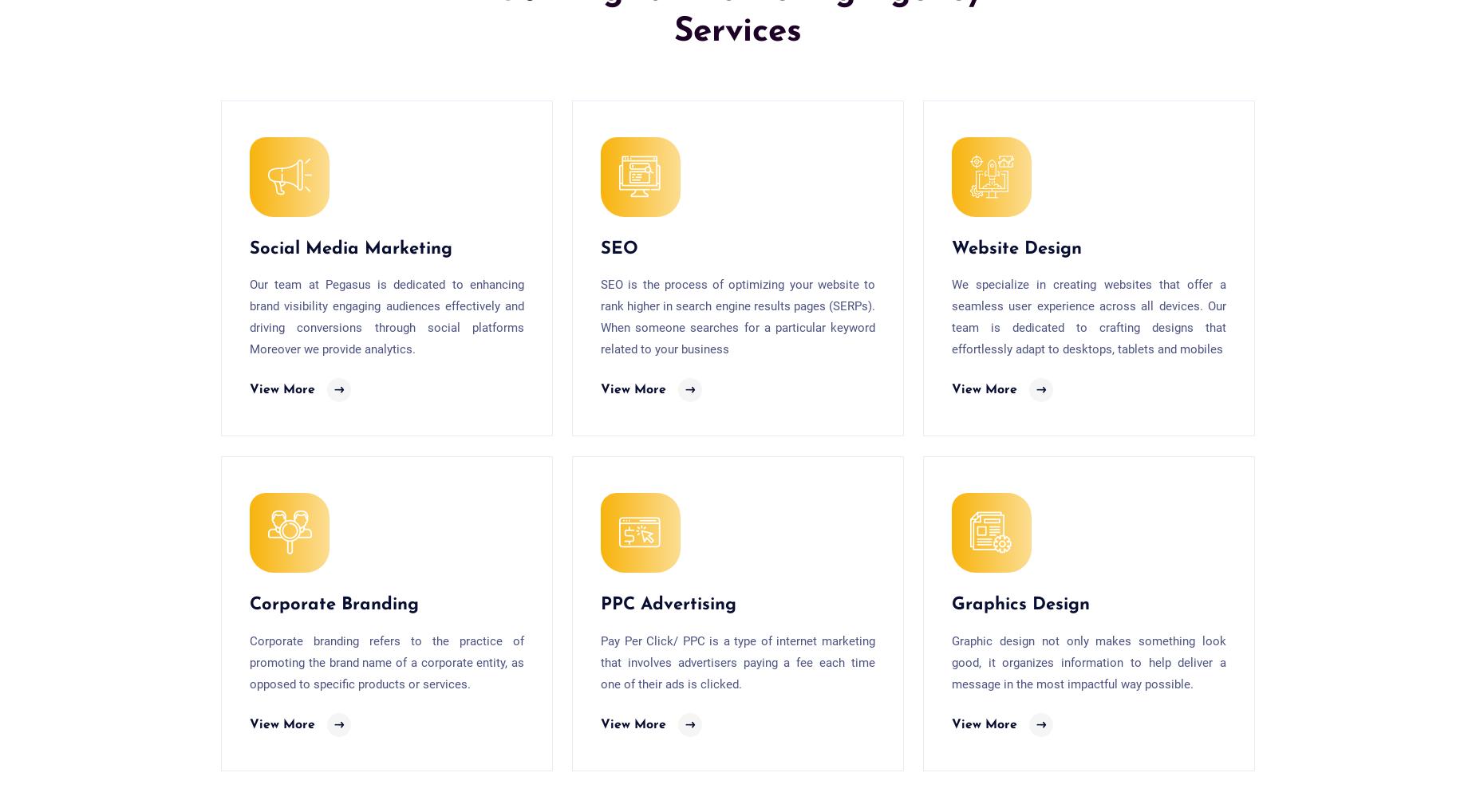  I want to click on 'Jaipur |', so click(1158, 322).